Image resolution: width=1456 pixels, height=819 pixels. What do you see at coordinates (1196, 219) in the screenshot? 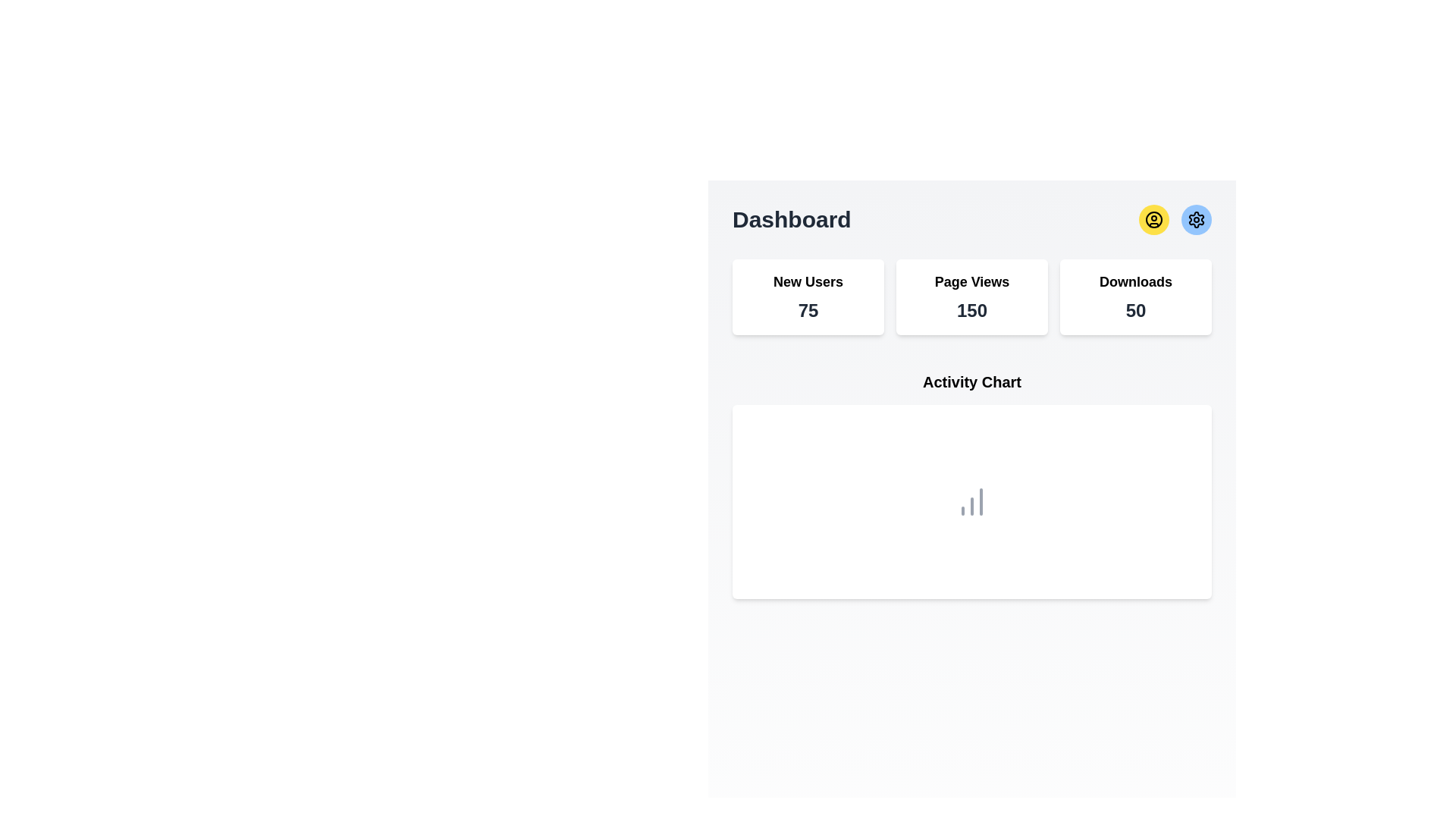
I see `the gear icon located in the top-right corner of the interface` at bounding box center [1196, 219].